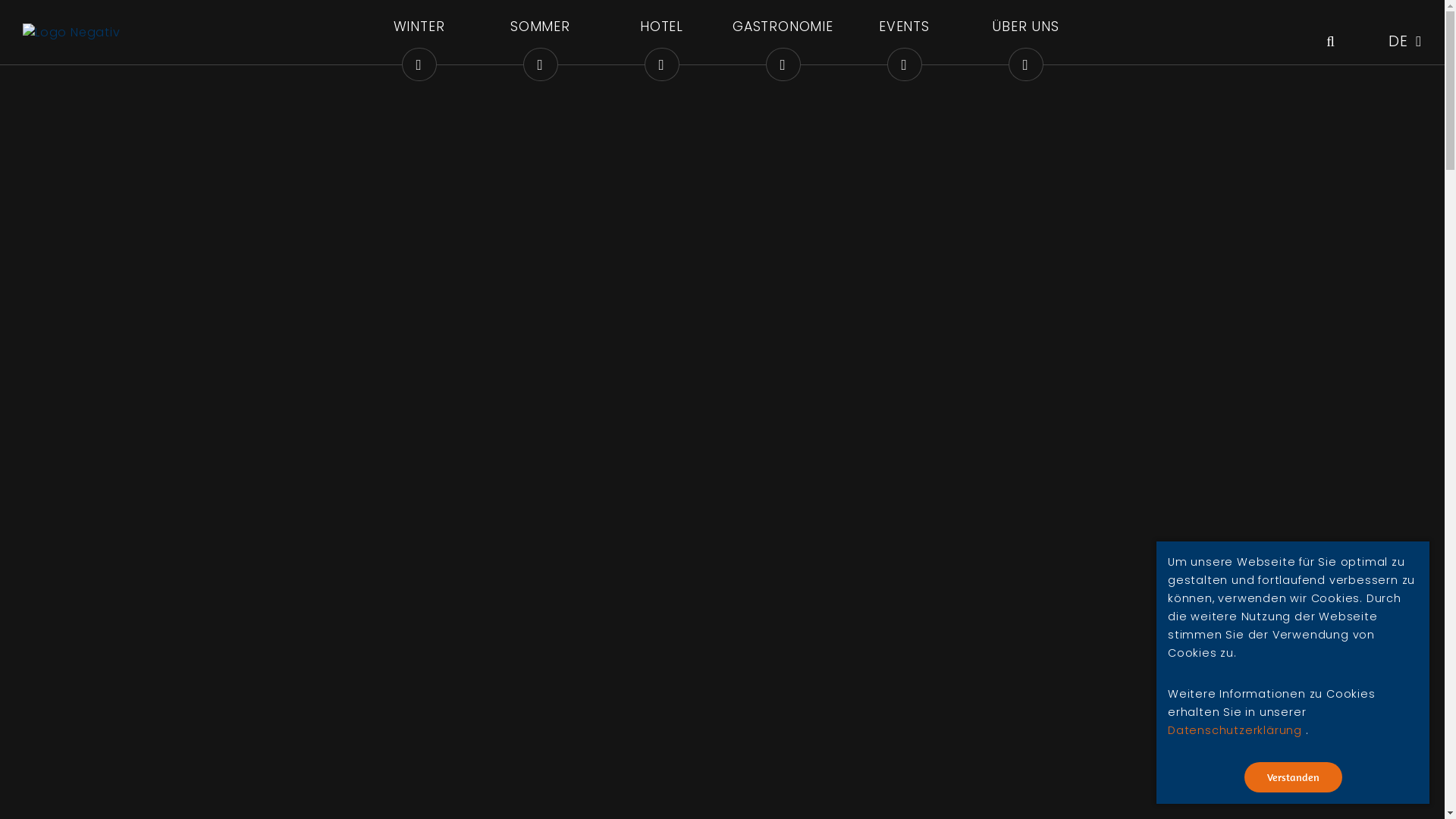  What do you see at coordinates (1291, 777) in the screenshot?
I see `'Verstanden'` at bounding box center [1291, 777].